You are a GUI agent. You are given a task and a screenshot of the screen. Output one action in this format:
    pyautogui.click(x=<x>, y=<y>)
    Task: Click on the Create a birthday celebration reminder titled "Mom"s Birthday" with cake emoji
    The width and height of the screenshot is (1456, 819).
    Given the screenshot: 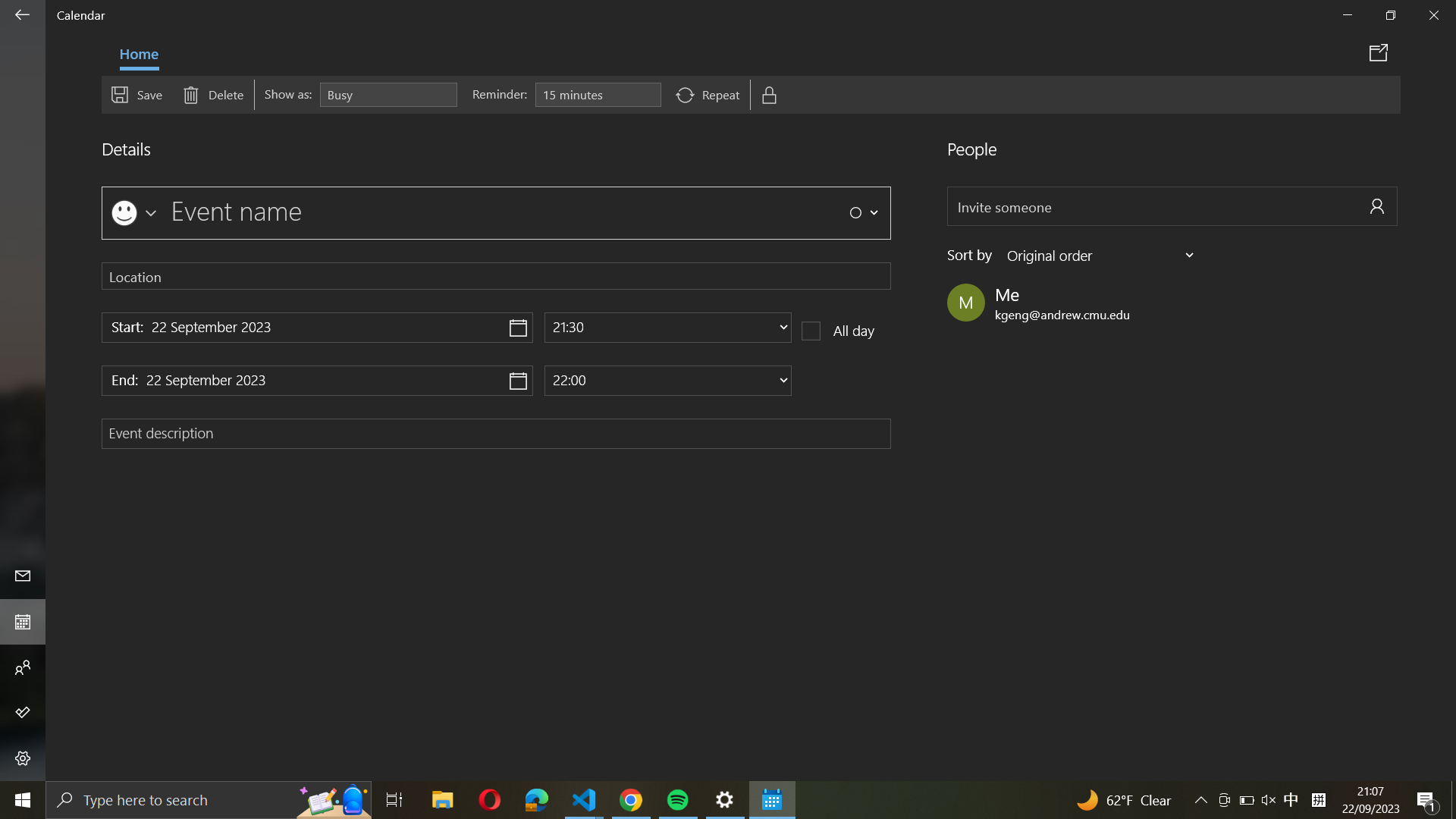 What is the action you would take?
    pyautogui.click(x=132, y=210)
    